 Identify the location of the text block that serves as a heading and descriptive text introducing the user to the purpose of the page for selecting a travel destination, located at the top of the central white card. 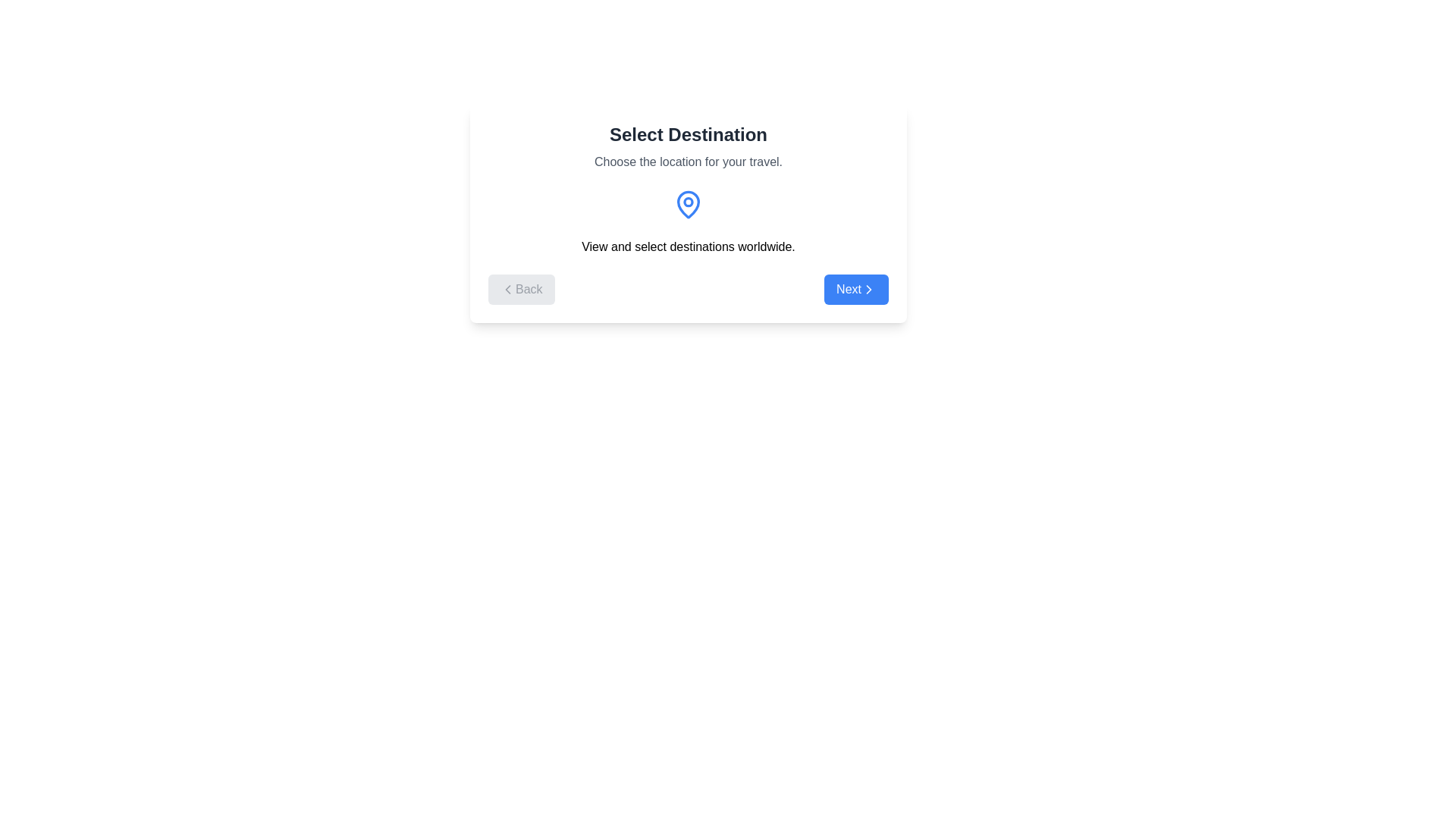
(687, 146).